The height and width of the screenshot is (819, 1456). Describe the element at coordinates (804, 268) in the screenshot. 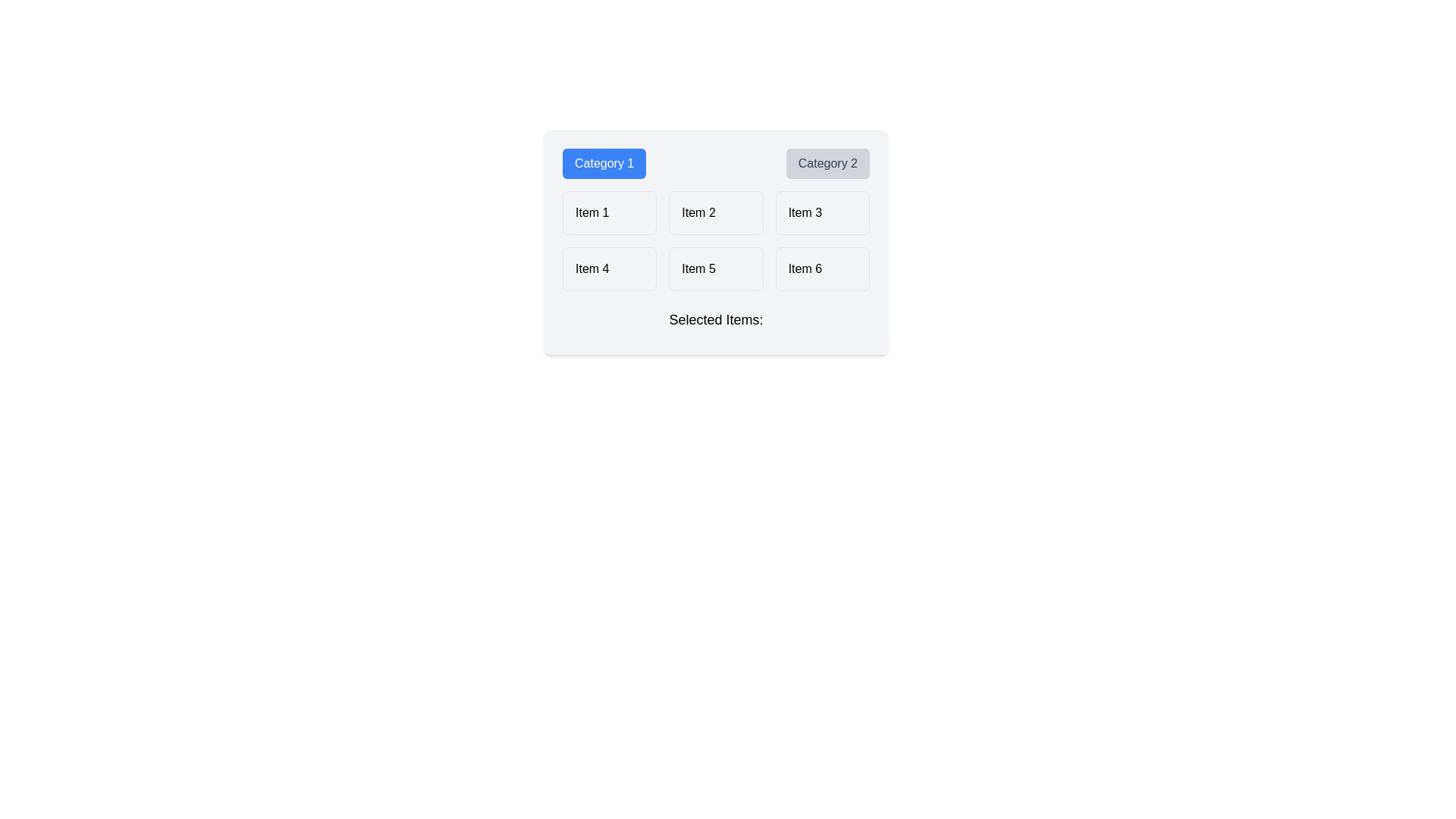

I see `the text label displaying 'Item 6' in the bottom-right corner of the 'Category 2' section within the grid layout` at that location.